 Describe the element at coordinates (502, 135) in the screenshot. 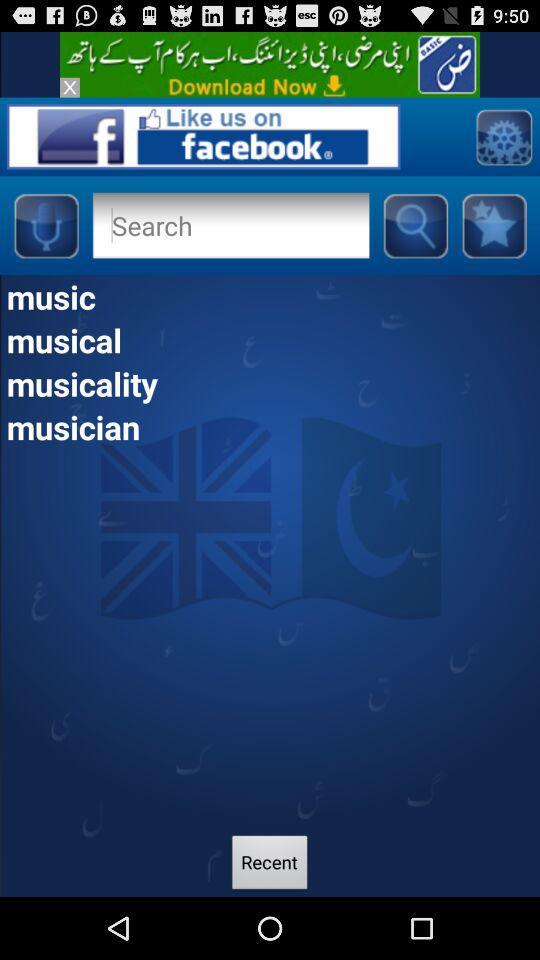

I see `the button is used to open the settings` at that location.